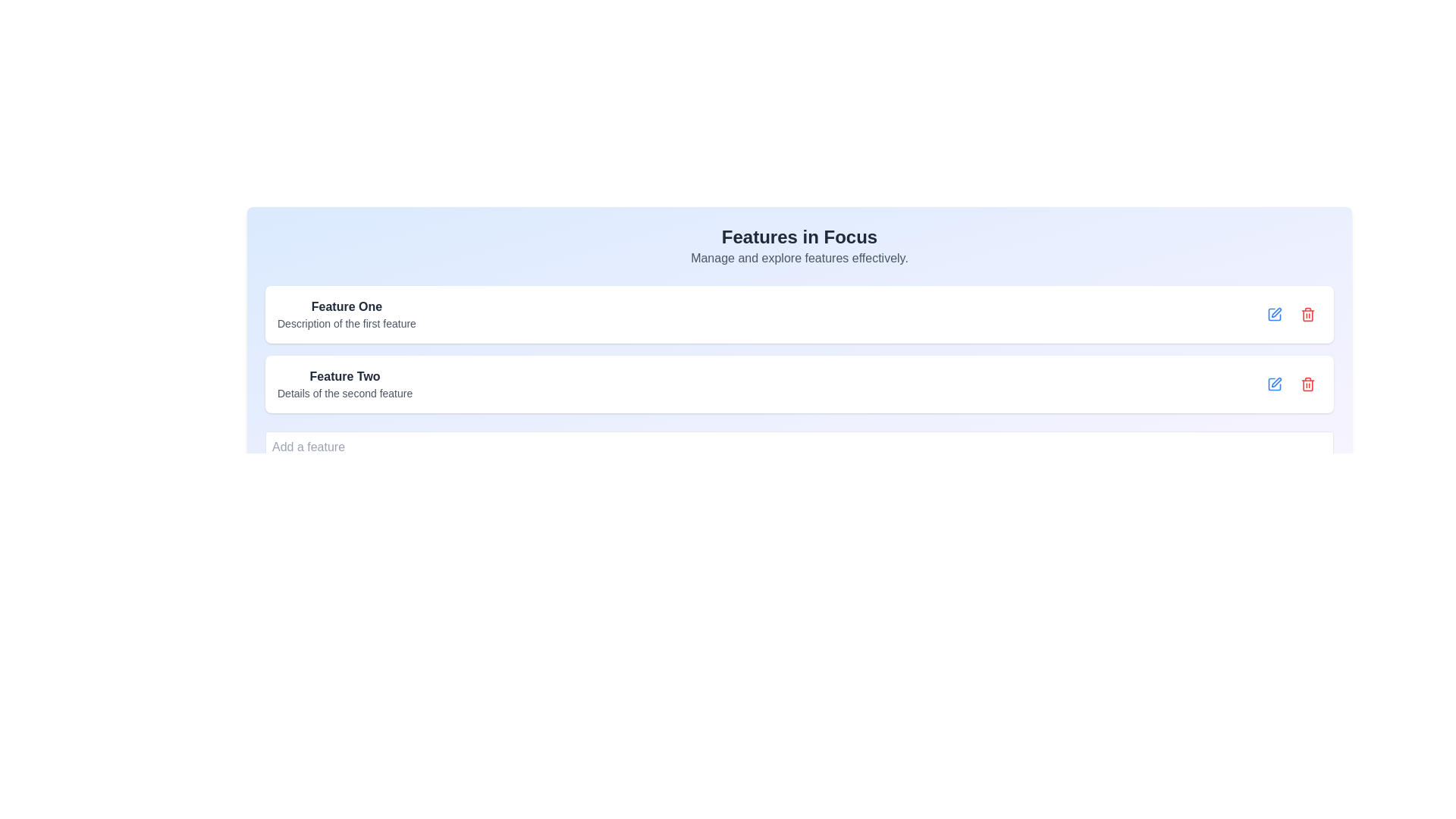 The width and height of the screenshot is (1456, 819). I want to click on the red trash icon, which is the second button in a horizontal layout next to an 'edit' icon, so click(1307, 383).